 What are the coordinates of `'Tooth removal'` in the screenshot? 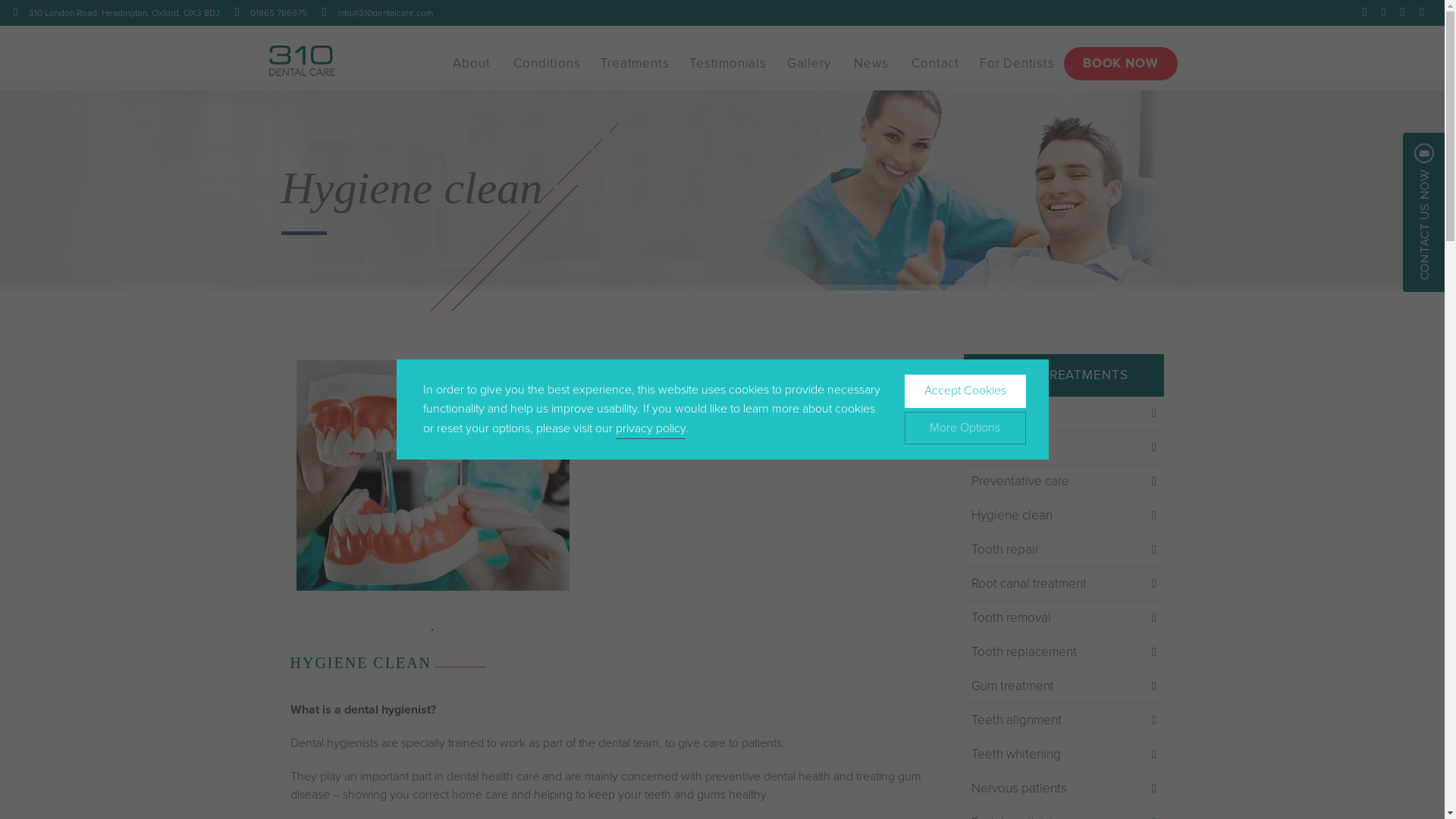 It's located at (1062, 618).